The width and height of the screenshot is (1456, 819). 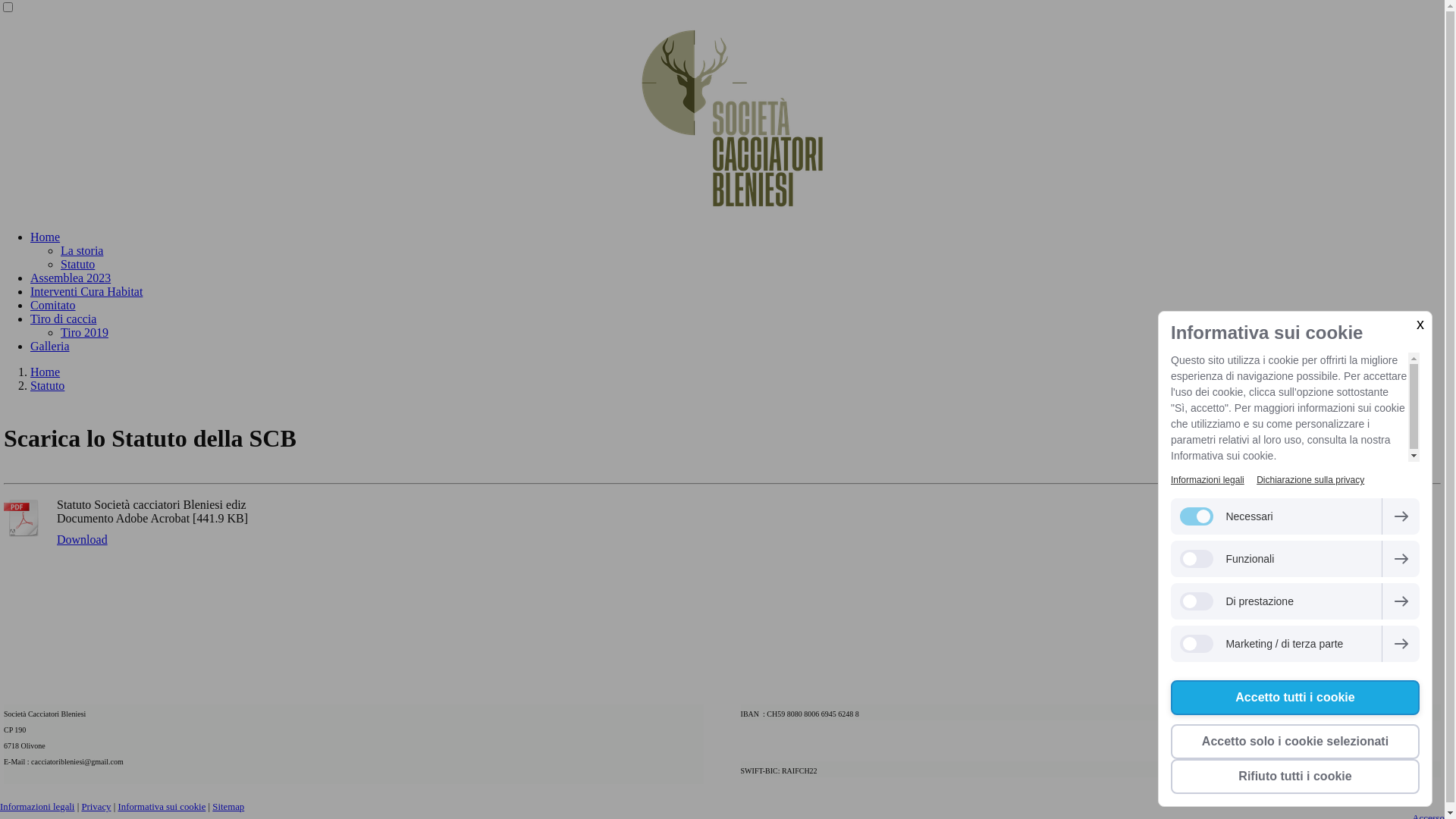 What do you see at coordinates (1170, 479) in the screenshot?
I see `'Informazioni legali'` at bounding box center [1170, 479].